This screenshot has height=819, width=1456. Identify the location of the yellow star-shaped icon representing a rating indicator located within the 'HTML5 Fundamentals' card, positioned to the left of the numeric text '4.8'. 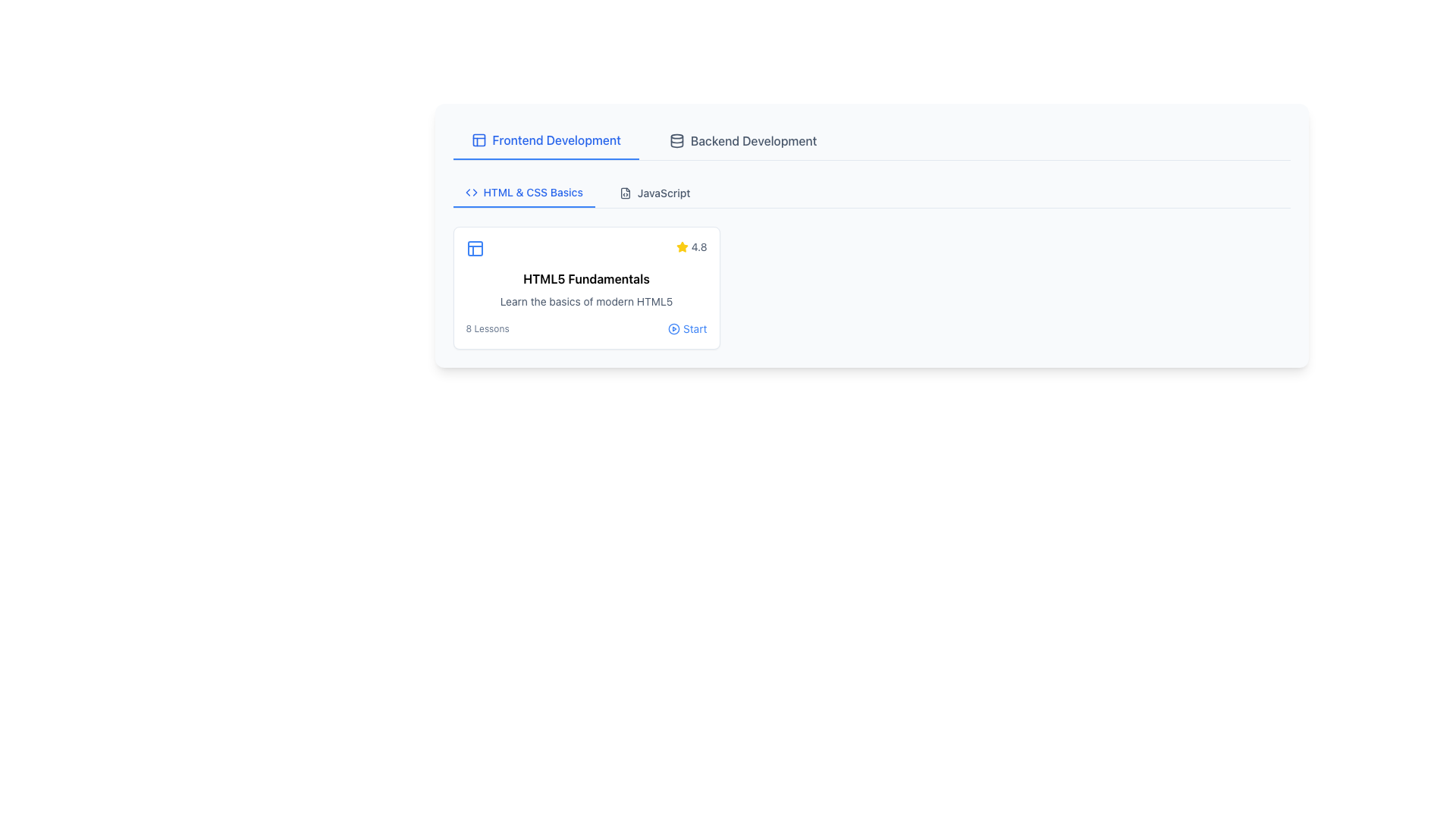
(681, 246).